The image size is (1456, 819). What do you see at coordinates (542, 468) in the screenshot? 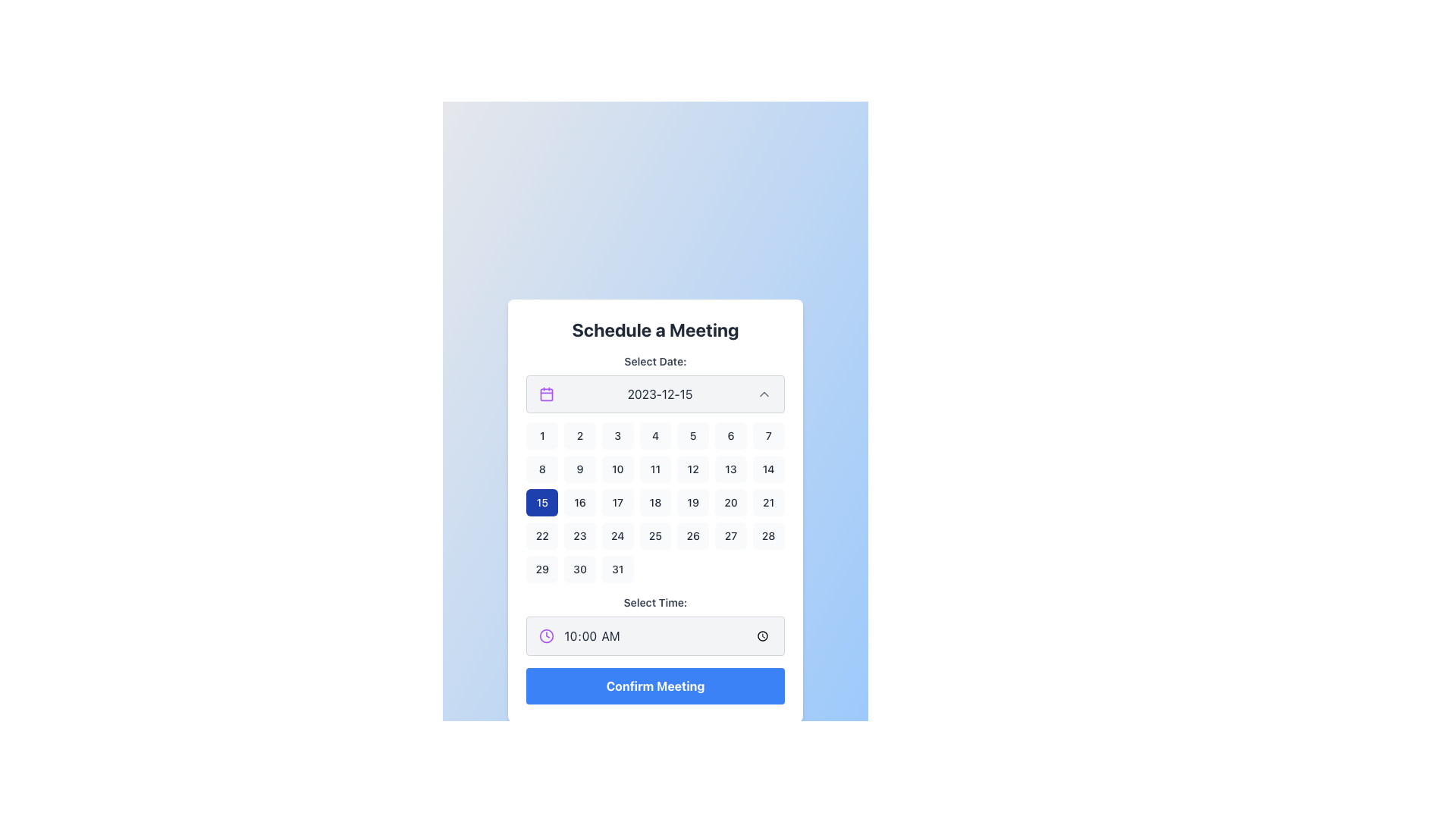
I see `the button representing the 8th day in the calendar, located in the second row and first column of the grid under the 'Select Date' heading` at bounding box center [542, 468].